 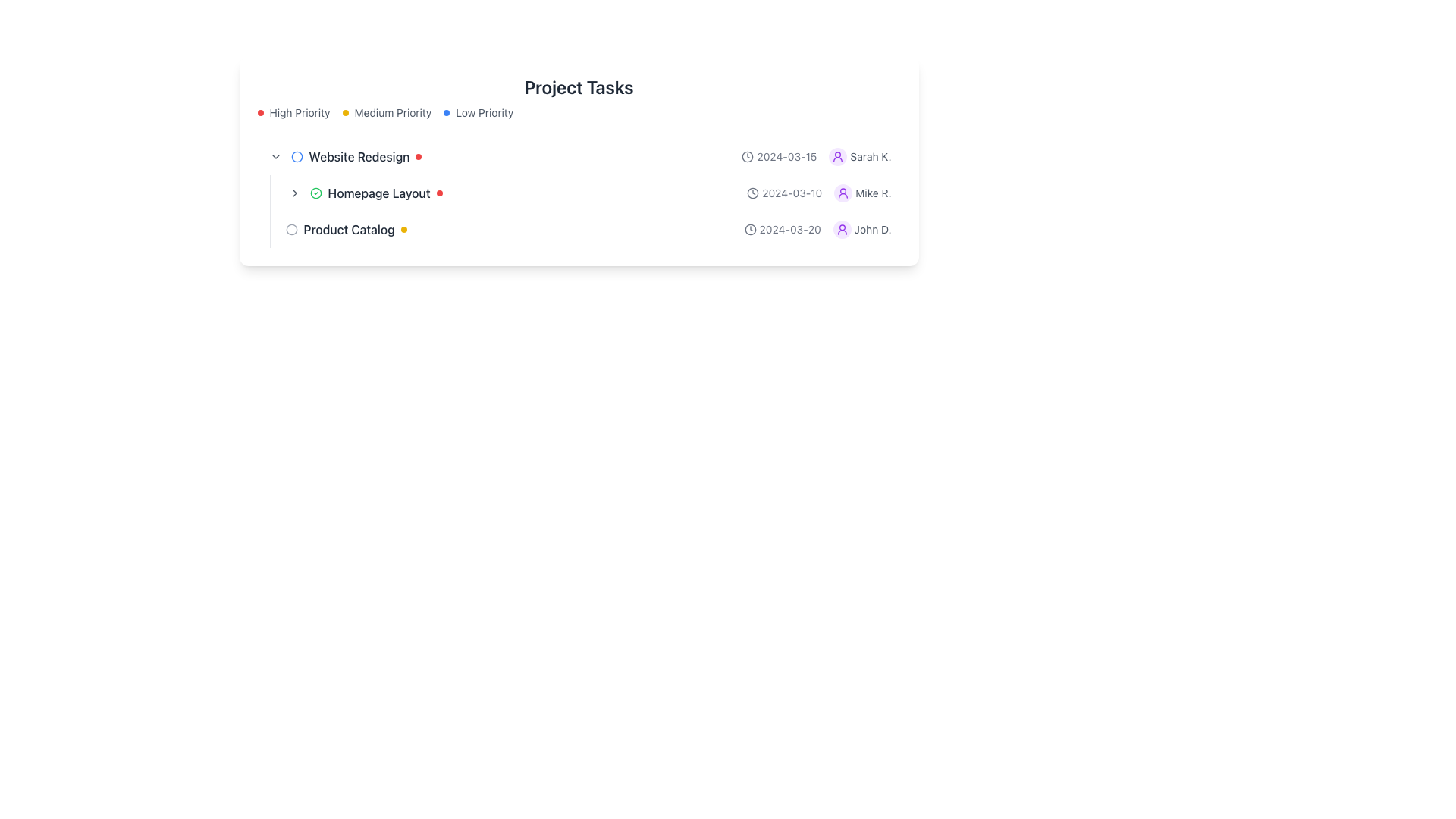 I want to click on the 'Low Priority' text with icon element, which is the third among three priority indicators arranged horizontally at the top of the interface, so click(x=478, y=112).